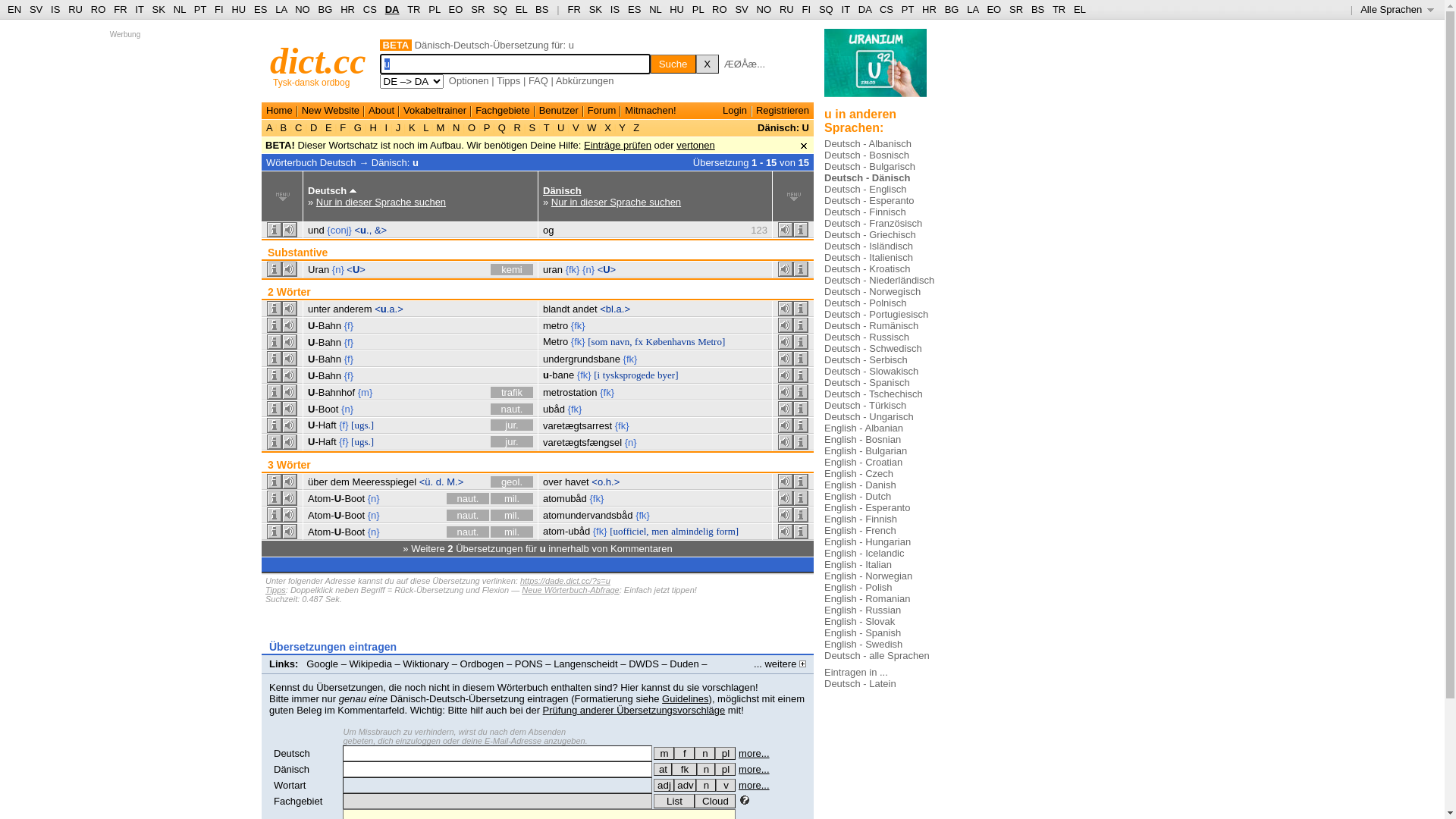  Describe the element at coordinates (867, 268) in the screenshot. I see `'Deutsch - Kroatisch'` at that location.